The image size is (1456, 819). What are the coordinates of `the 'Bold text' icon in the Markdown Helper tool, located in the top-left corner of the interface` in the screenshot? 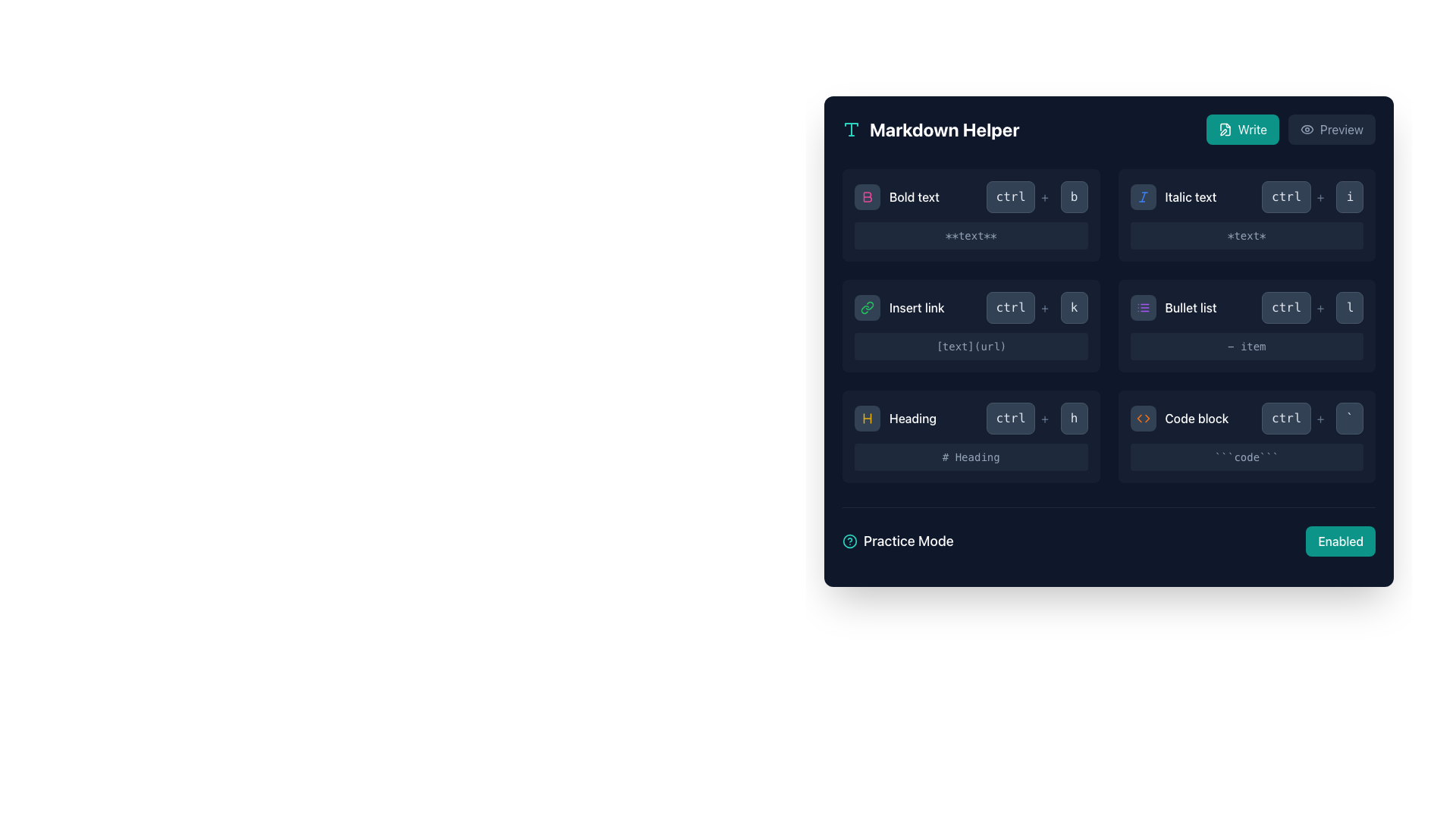 It's located at (868, 196).